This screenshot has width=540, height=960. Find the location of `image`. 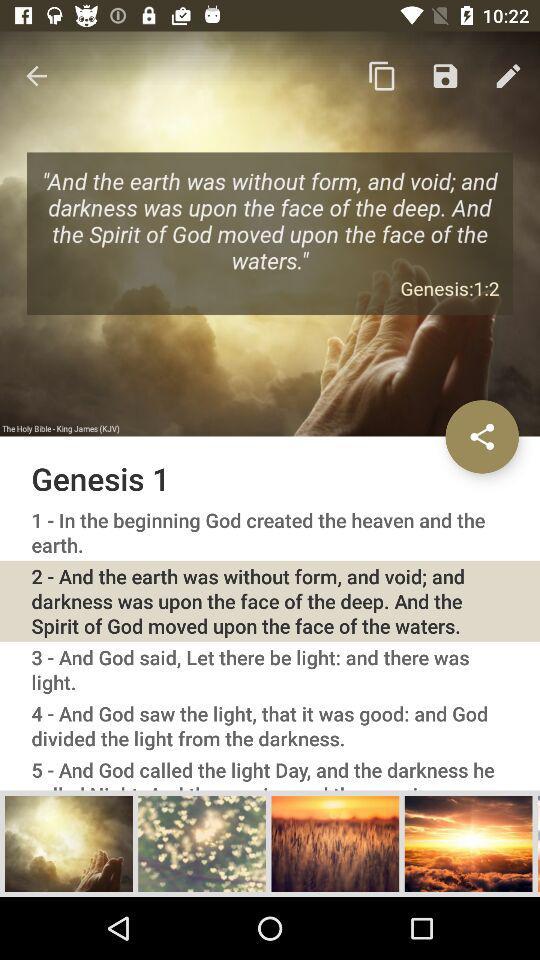

image is located at coordinates (68, 842).